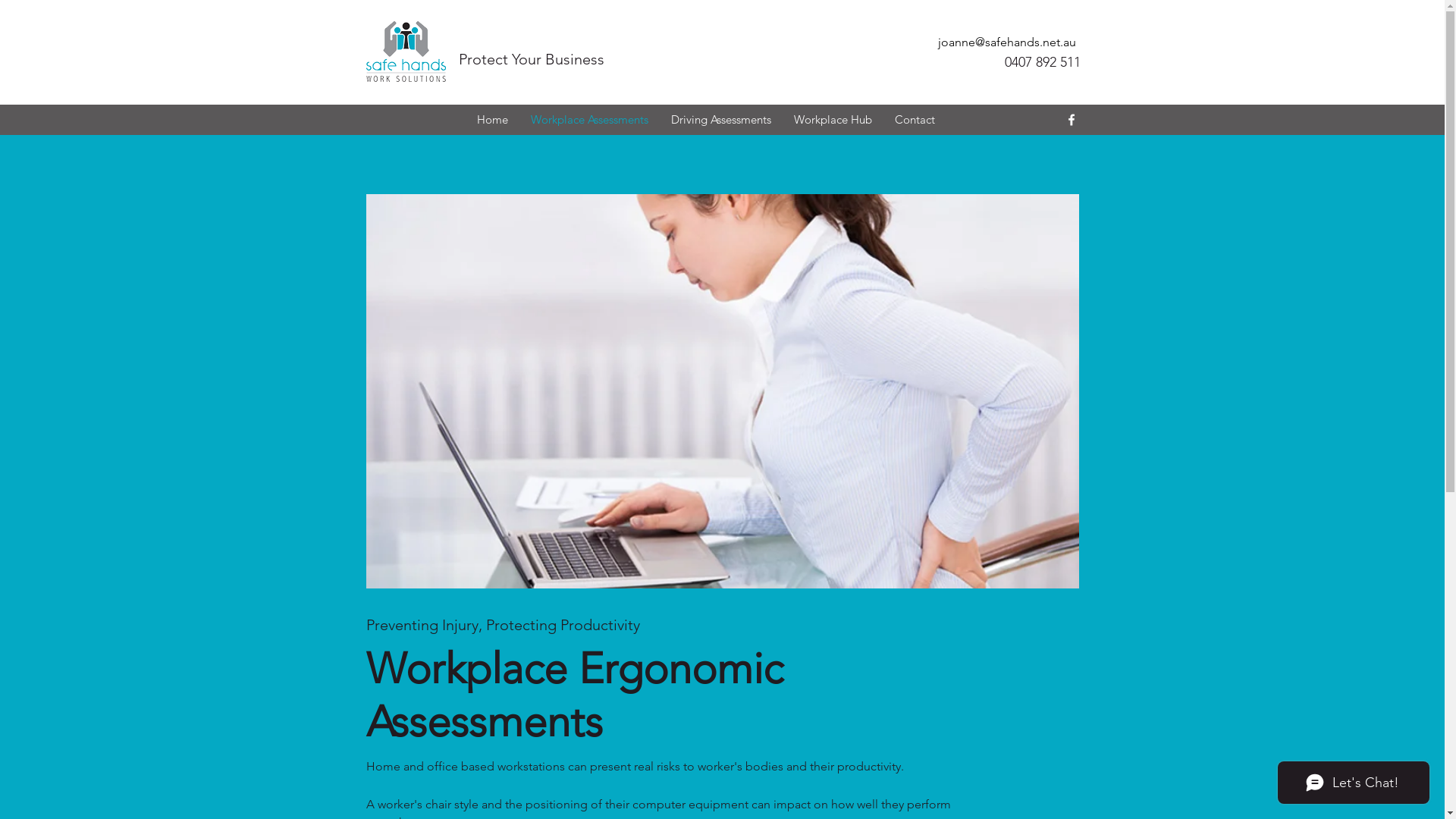  What do you see at coordinates (882, 119) in the screenshot?
I see `'Contact'` at bounding box center [882, 119].